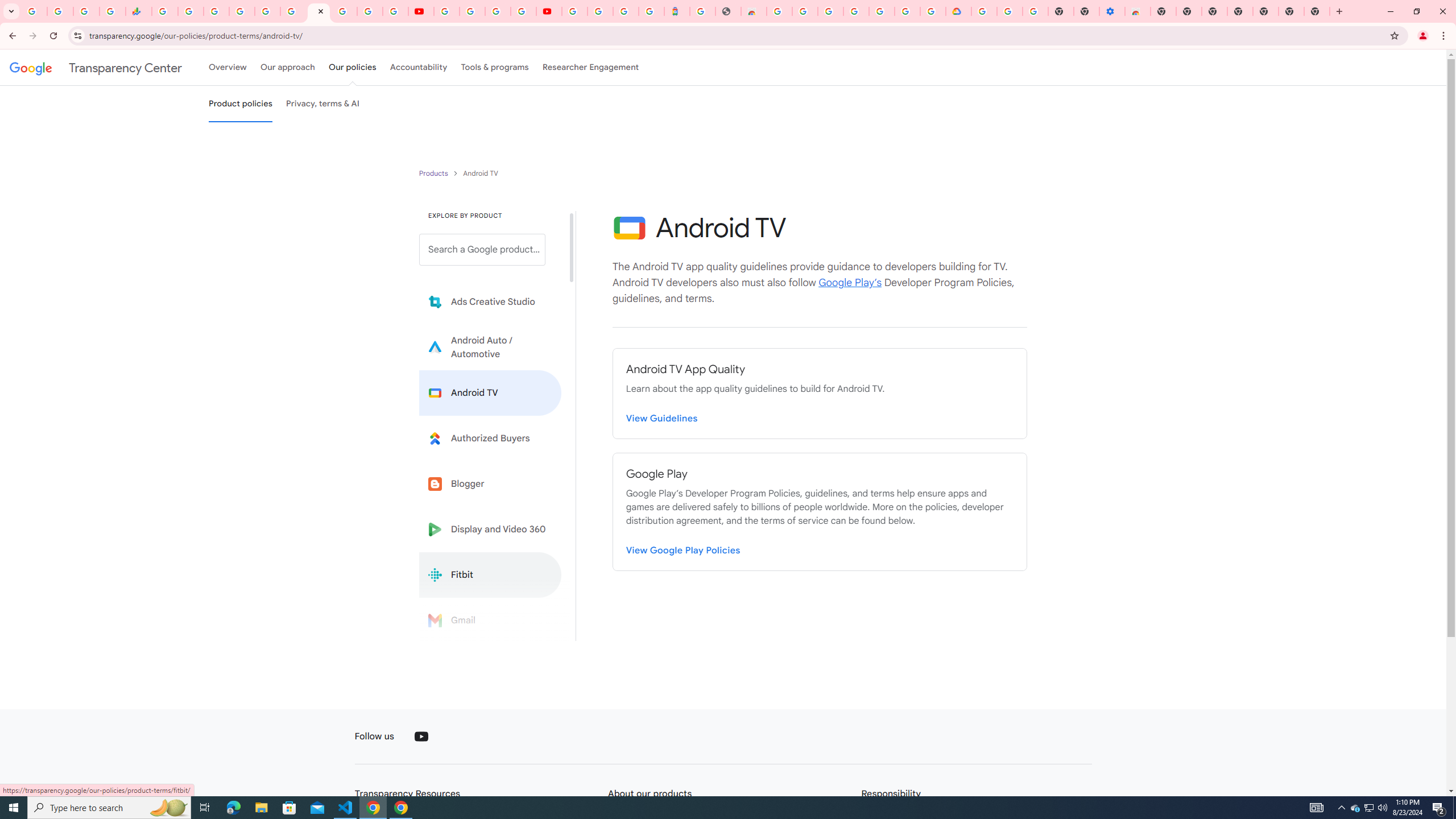  I want to click on 'New Tab', so click(1265, 11).